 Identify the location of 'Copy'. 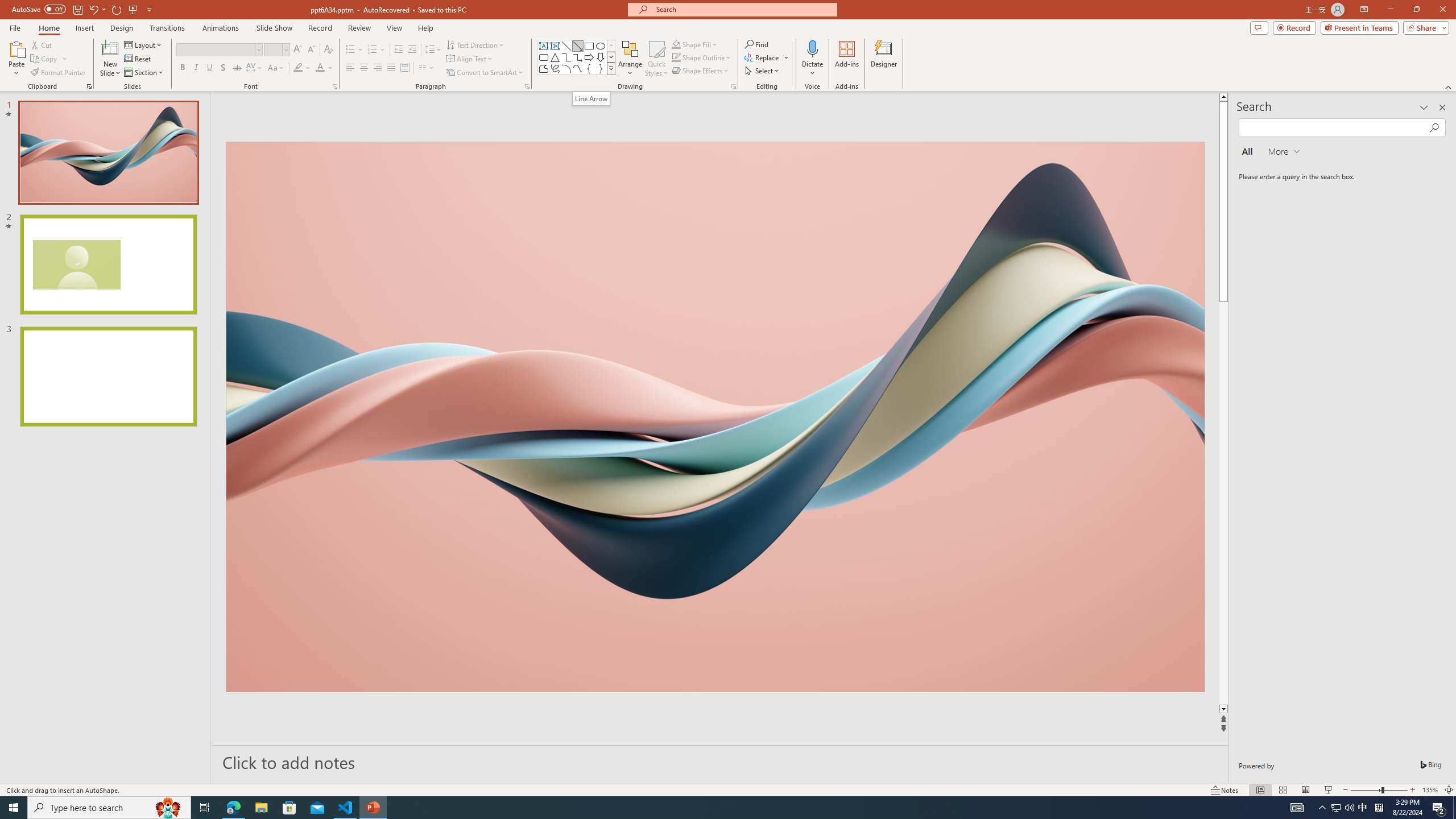
(44, 59).